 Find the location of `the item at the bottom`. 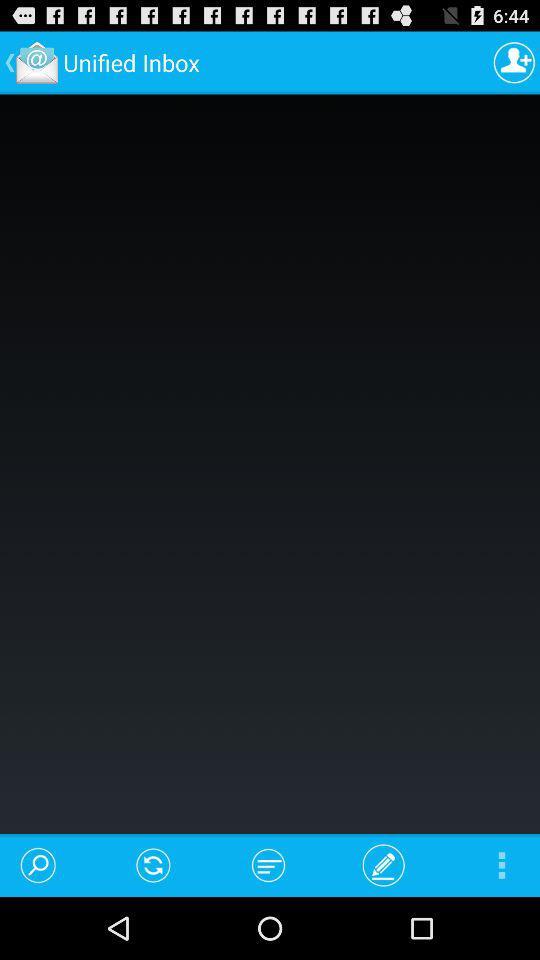

the item at the bottom is located at coordinates (268, 864).